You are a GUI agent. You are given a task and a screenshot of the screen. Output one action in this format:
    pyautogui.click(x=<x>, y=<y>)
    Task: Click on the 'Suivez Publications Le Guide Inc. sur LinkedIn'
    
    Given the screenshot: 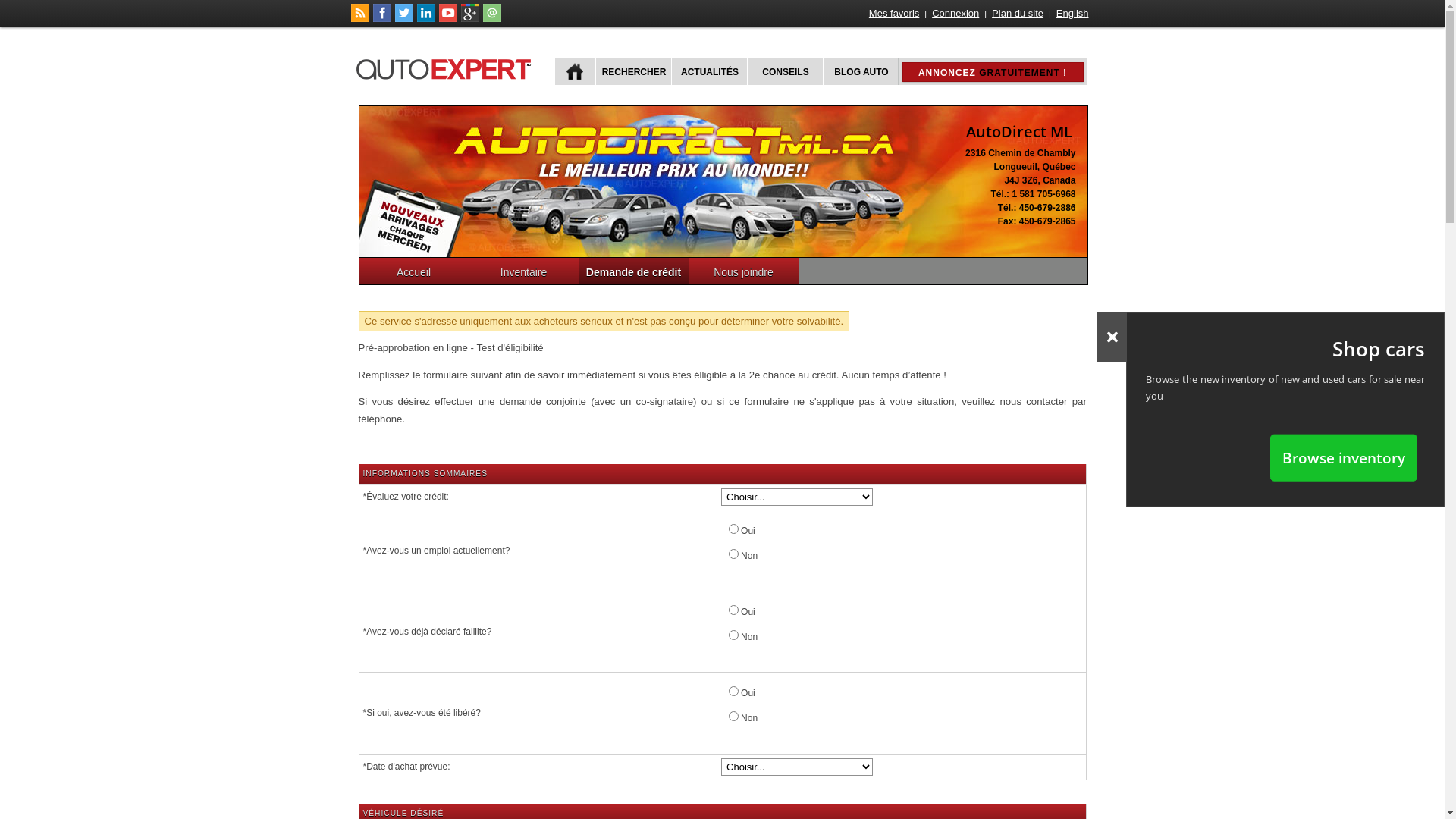 What is the action you would take?
    pyautogui.click(x=425, y=18)
    